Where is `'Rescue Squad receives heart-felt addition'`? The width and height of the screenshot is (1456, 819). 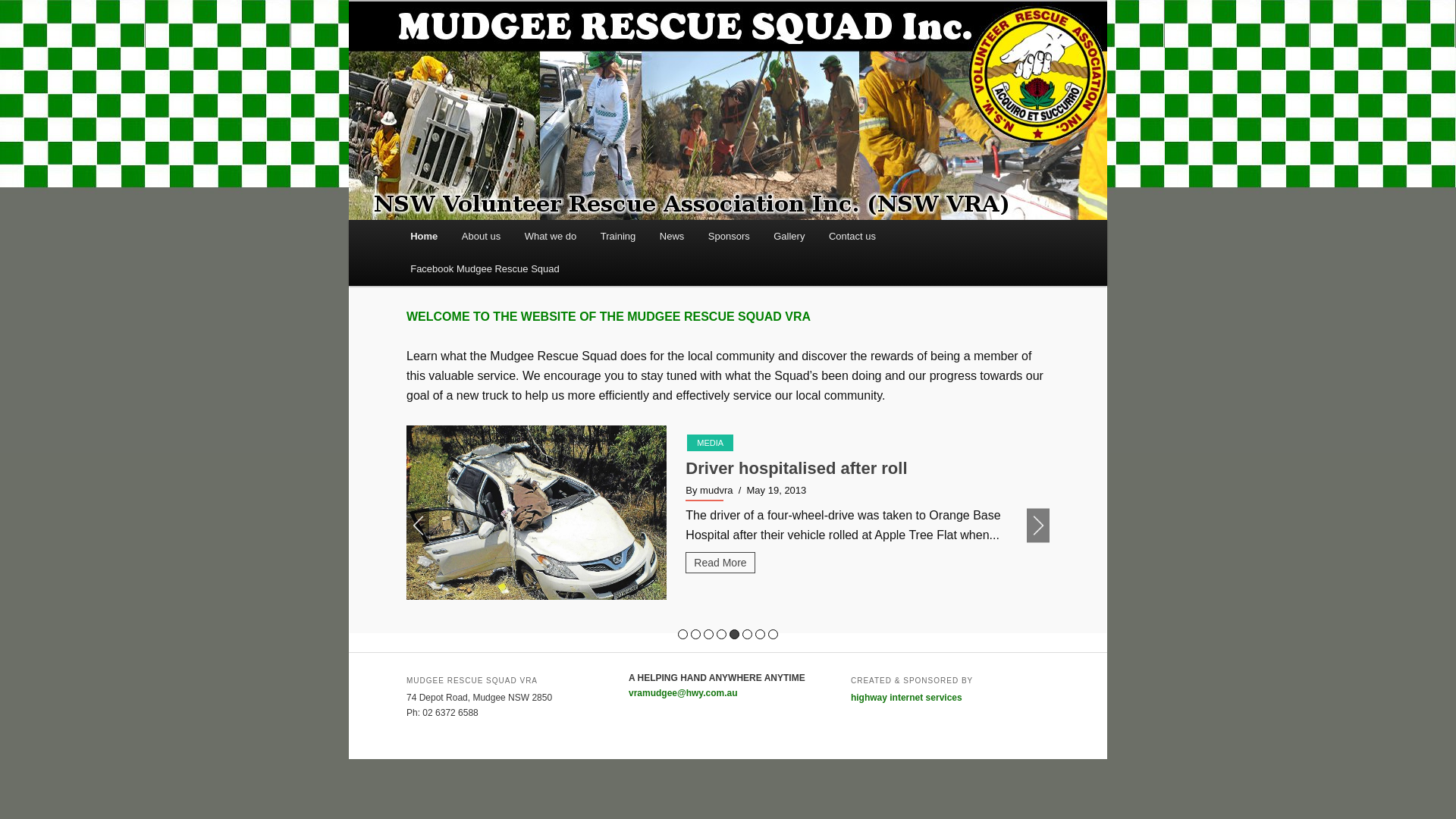 'Rescue Squad receives heart-felt addition' is located at coordinates (852, 467).